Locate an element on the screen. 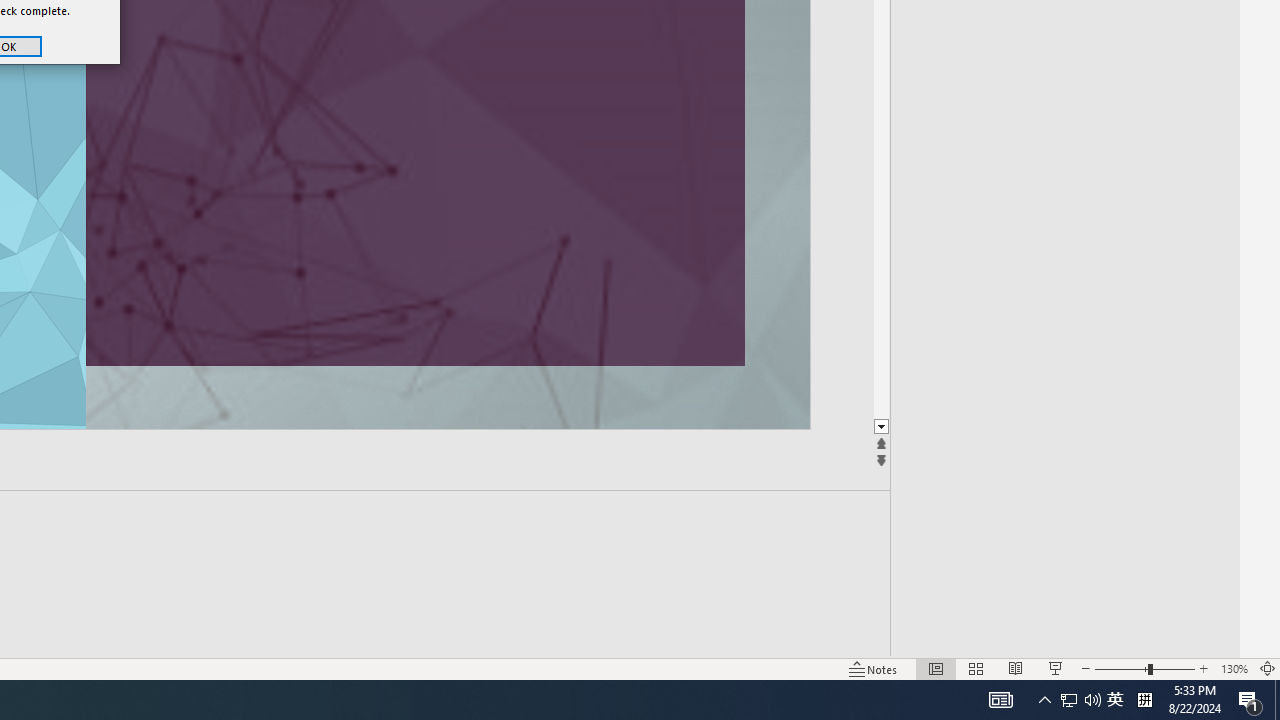 The height and width of the screenshot is (720, 1280). 'Zoom 130%' is located at coordinates (1233, 669).